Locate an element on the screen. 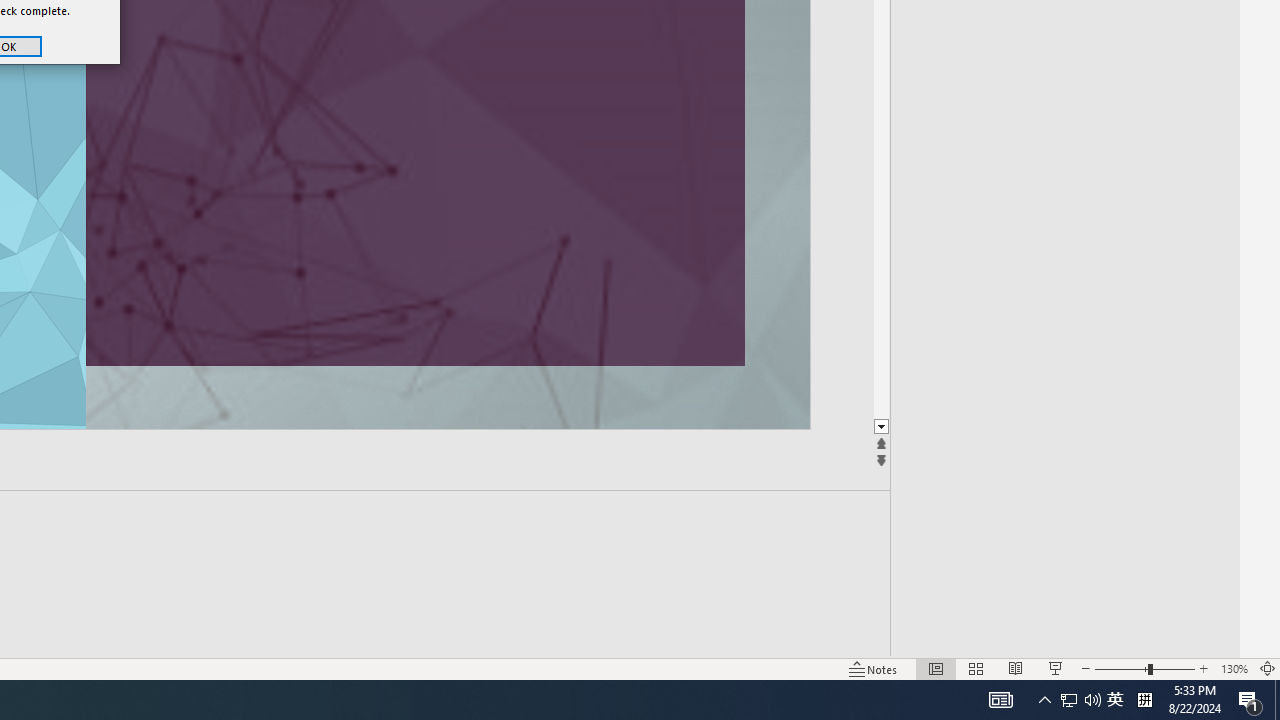 The height and width of the screenshot is (720, 1280). 'Zoom 130%' is located at coordinates (1233, 669).